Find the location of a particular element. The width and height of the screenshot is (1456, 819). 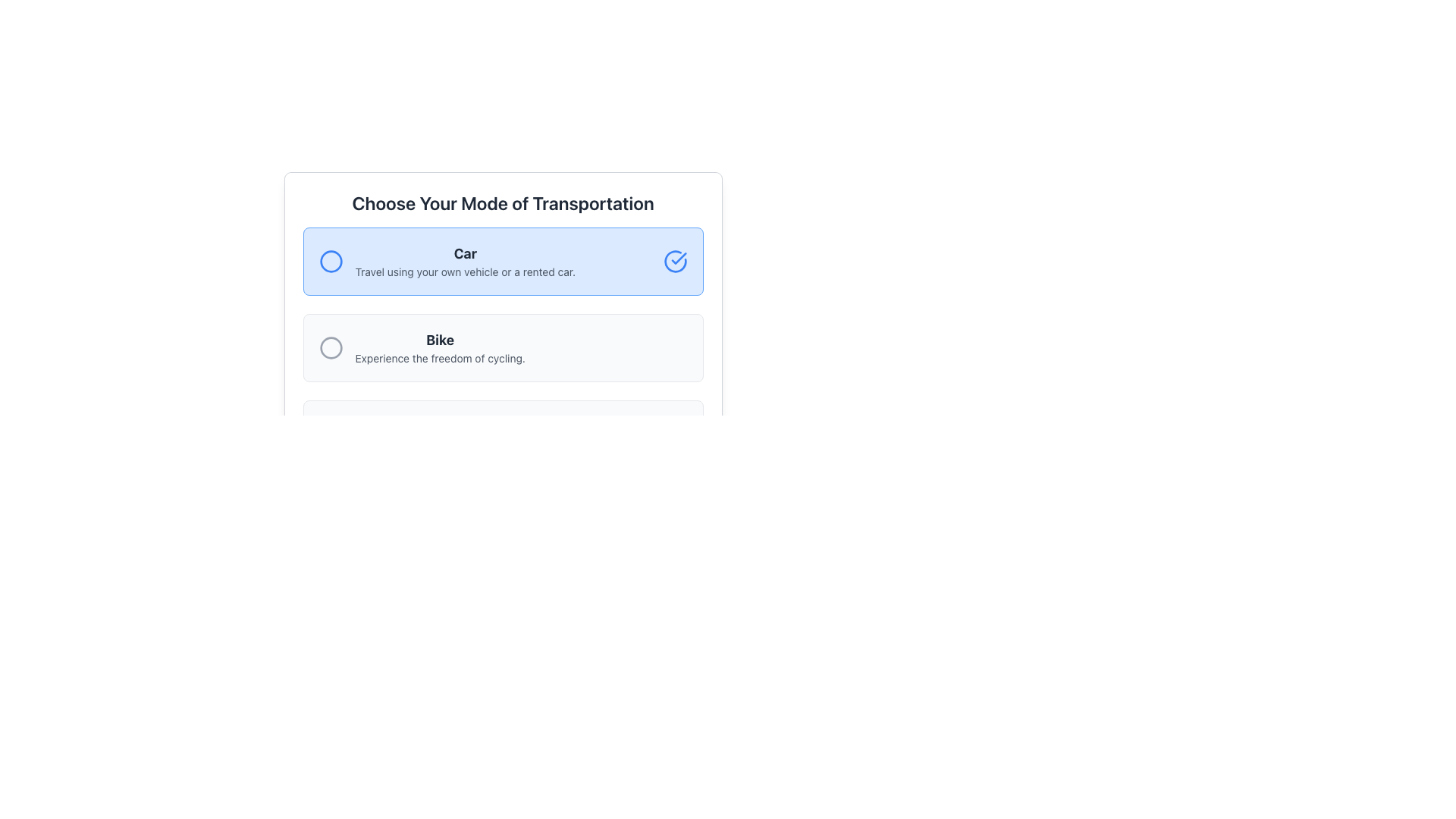

the bolded 'Bike' text label, which is prominently styled and located in the transportation selection interface is located at coordinates (439, 339).